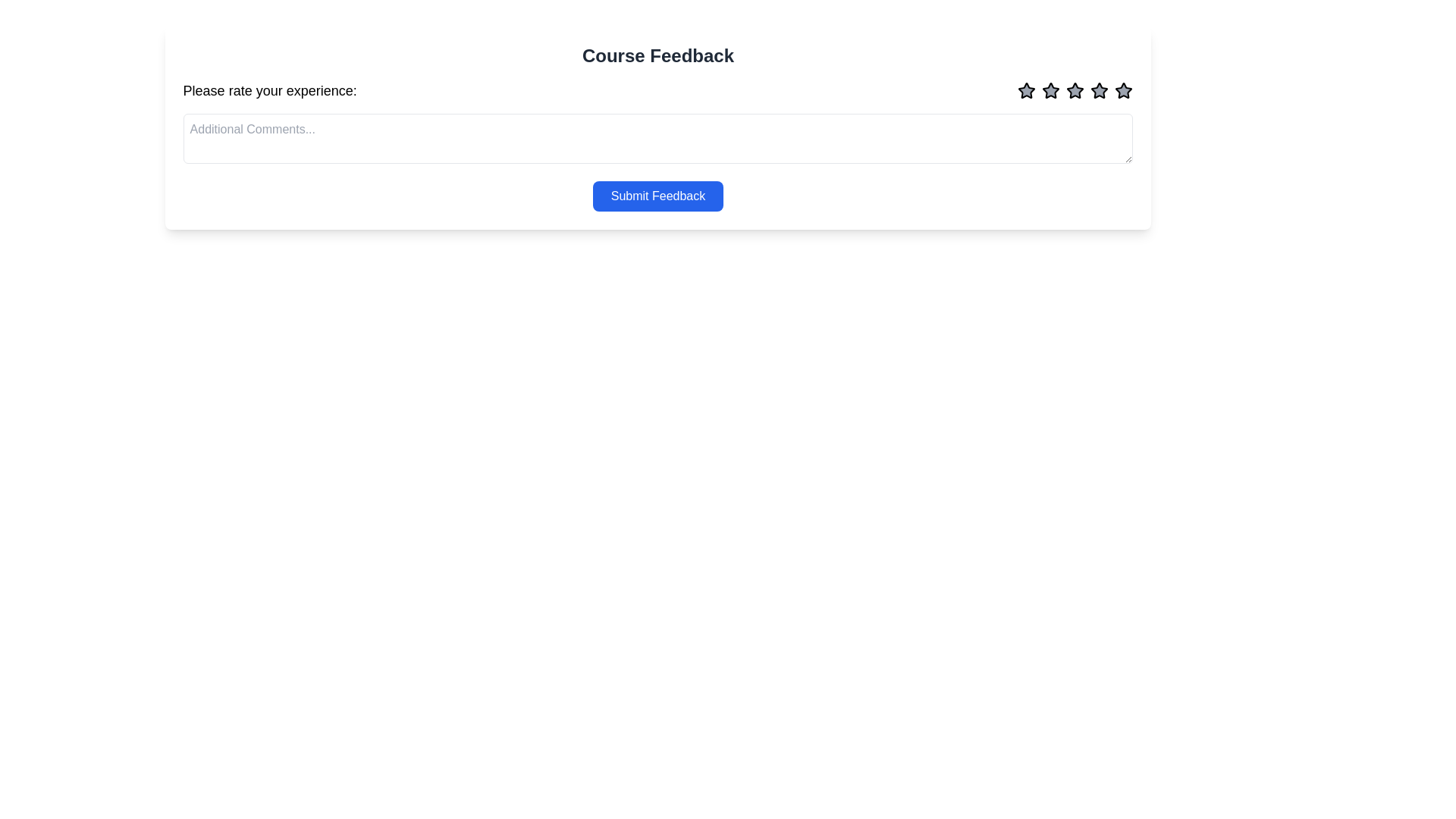 This screenshot has height=819, width=1456. I want to click on the third star icon in the rating system, so click(1050, 90).